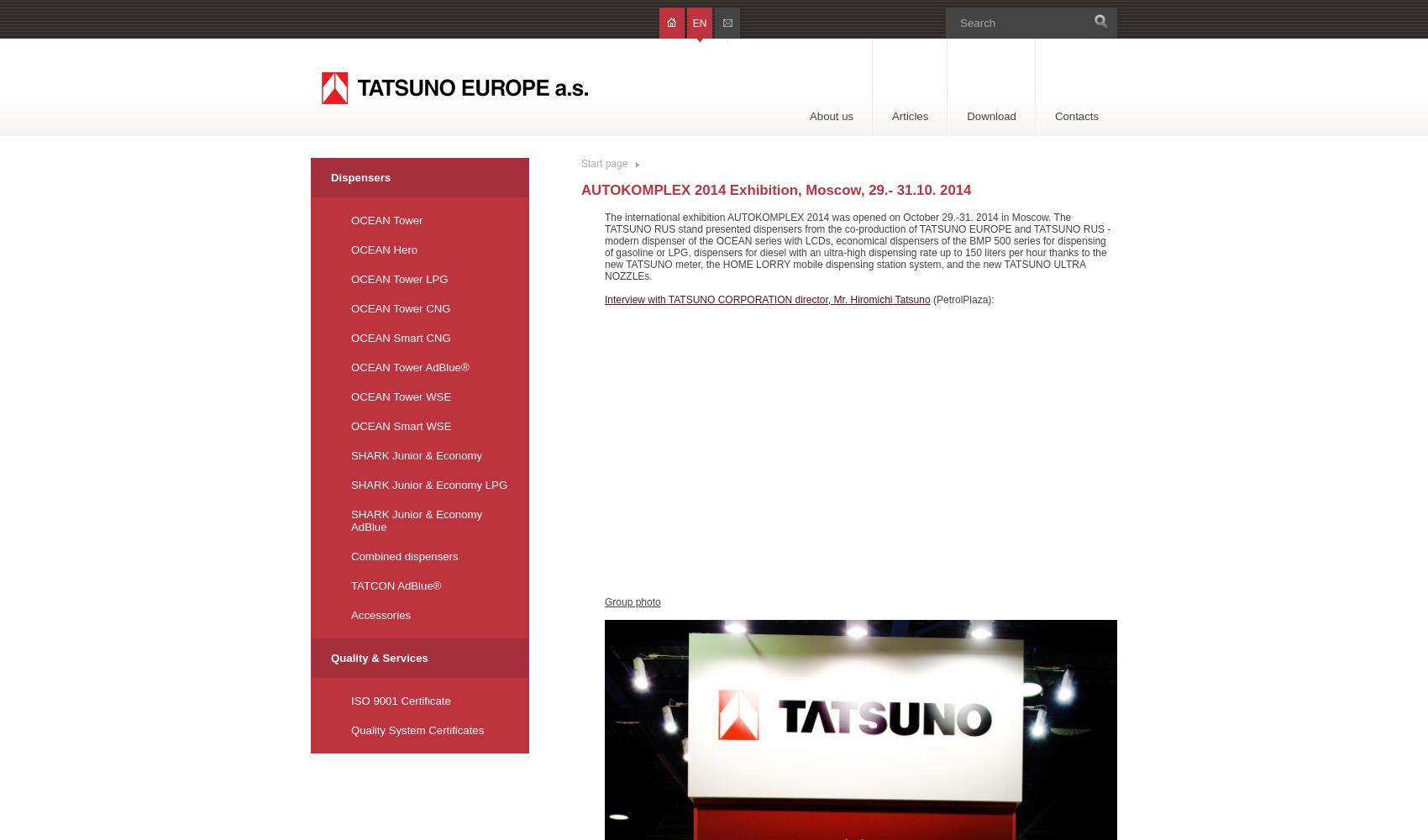  What do you see at coordinates (401, 396) in the screenshot?
I see `'OCEAN Tower WSE'` at bounding box center [401, 396].